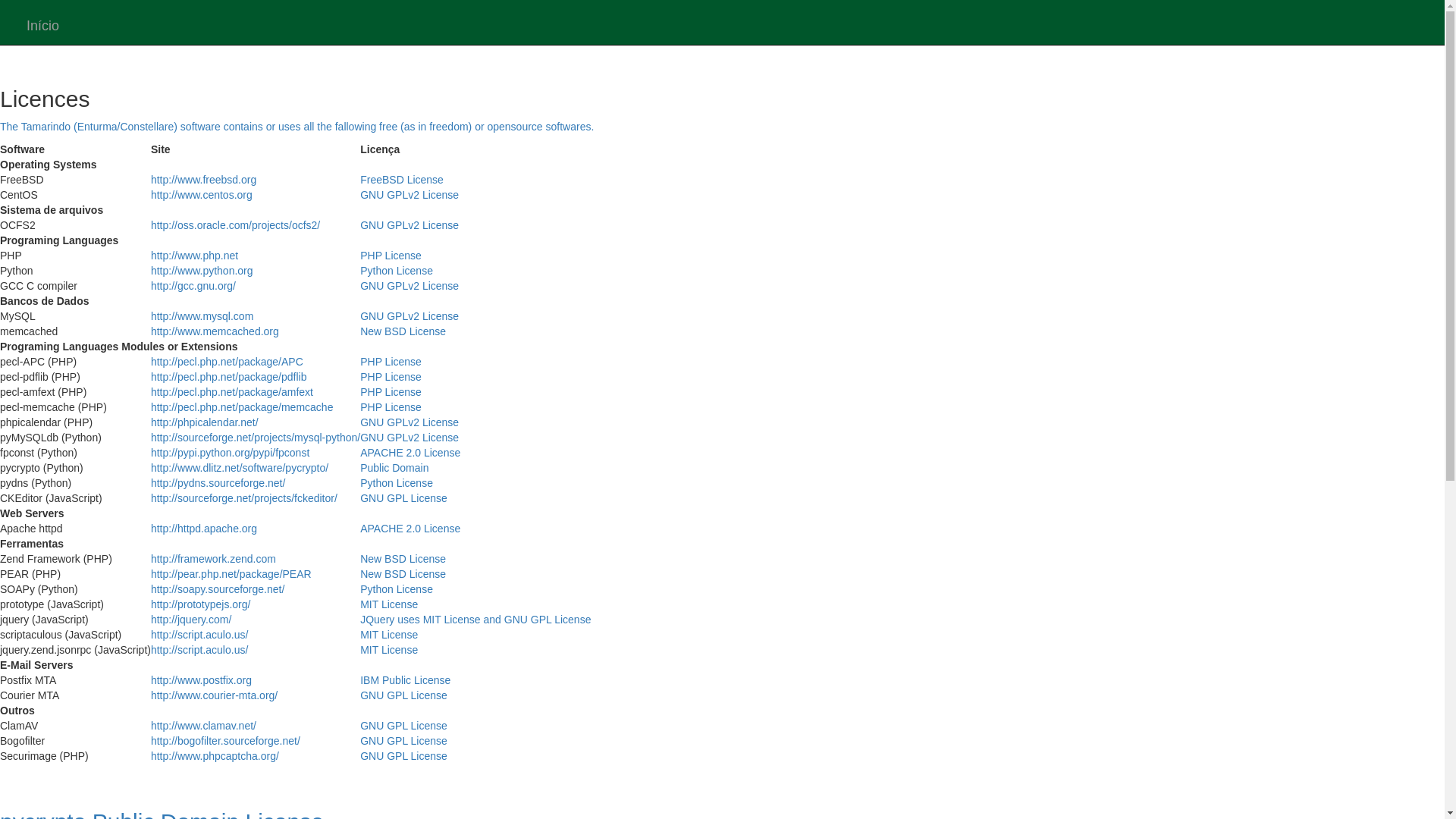 The width and height of the screenshot is (1456, 819). What do you see at coordinates (255, 438) in the screenshot?
I see `'http://sourceforge.net/projects/mysql-python/'` at bounding box center [255, 438].